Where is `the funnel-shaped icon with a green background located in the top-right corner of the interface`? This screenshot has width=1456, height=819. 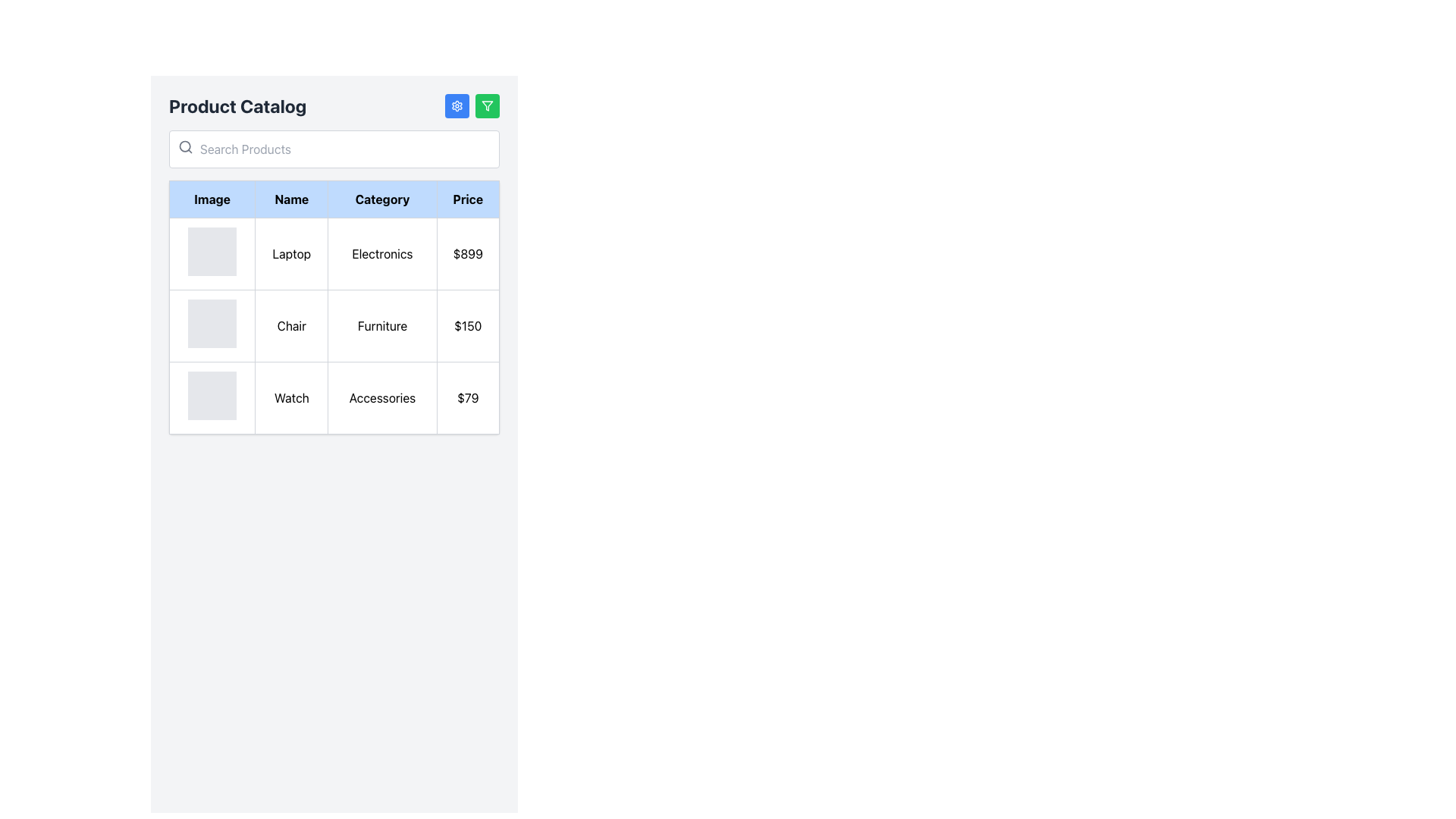 the funnel-shaped icon with a green background located in the top-right corner of the interface is located at coordinates (488, 105).